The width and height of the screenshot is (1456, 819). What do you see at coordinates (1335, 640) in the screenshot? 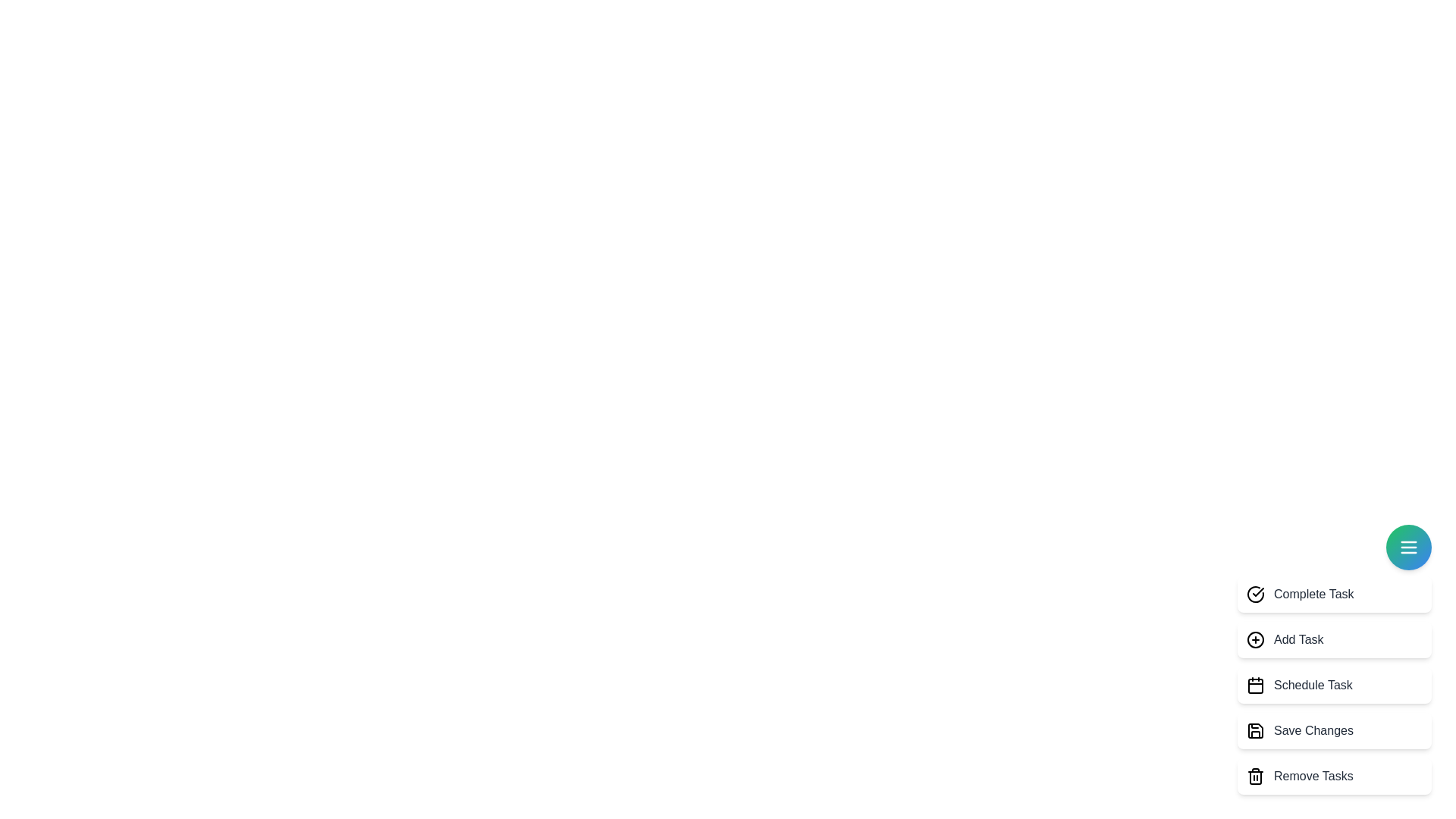
I see `the task option labeled 'Add Task' to select it` at bounding box center [1335, 640].